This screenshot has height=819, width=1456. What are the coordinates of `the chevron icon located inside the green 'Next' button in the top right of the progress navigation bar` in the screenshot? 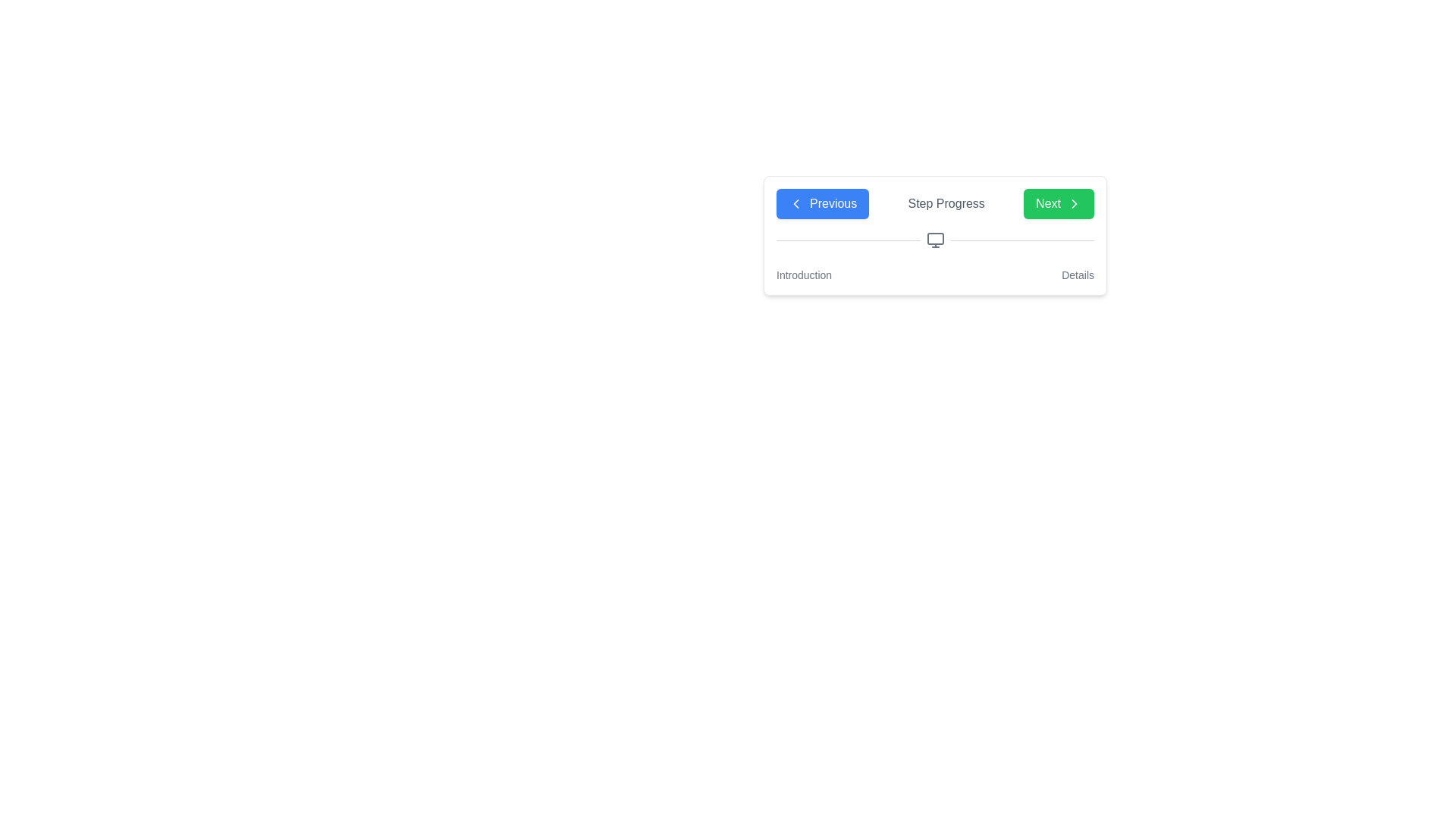 It's located at (1073, 203).